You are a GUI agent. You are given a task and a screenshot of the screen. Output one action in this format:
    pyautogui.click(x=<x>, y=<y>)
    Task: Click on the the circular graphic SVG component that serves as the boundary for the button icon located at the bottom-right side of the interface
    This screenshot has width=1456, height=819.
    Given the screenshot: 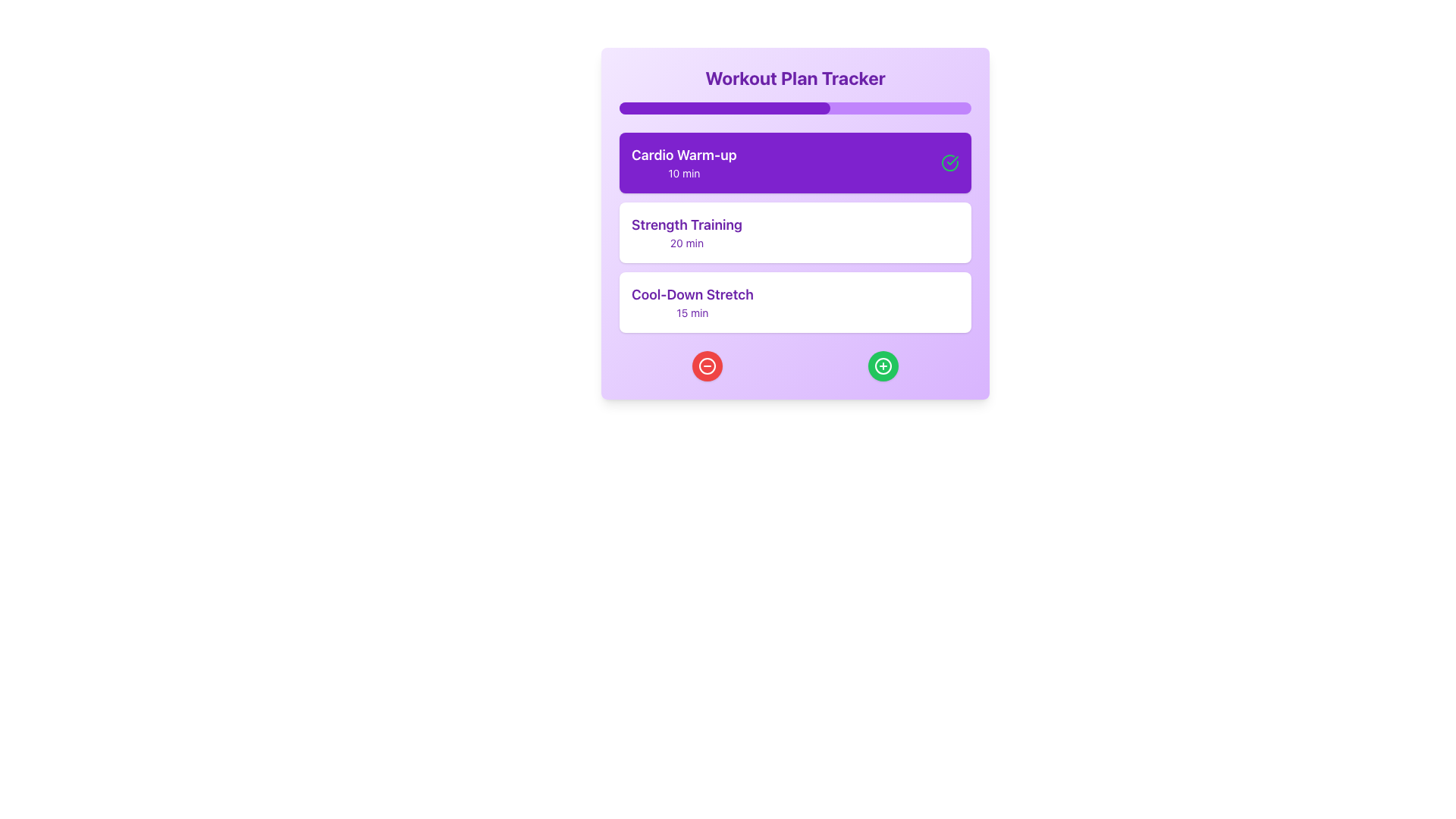 What is the action you would take?
    pyautogui.click(x=883, y=366)
    